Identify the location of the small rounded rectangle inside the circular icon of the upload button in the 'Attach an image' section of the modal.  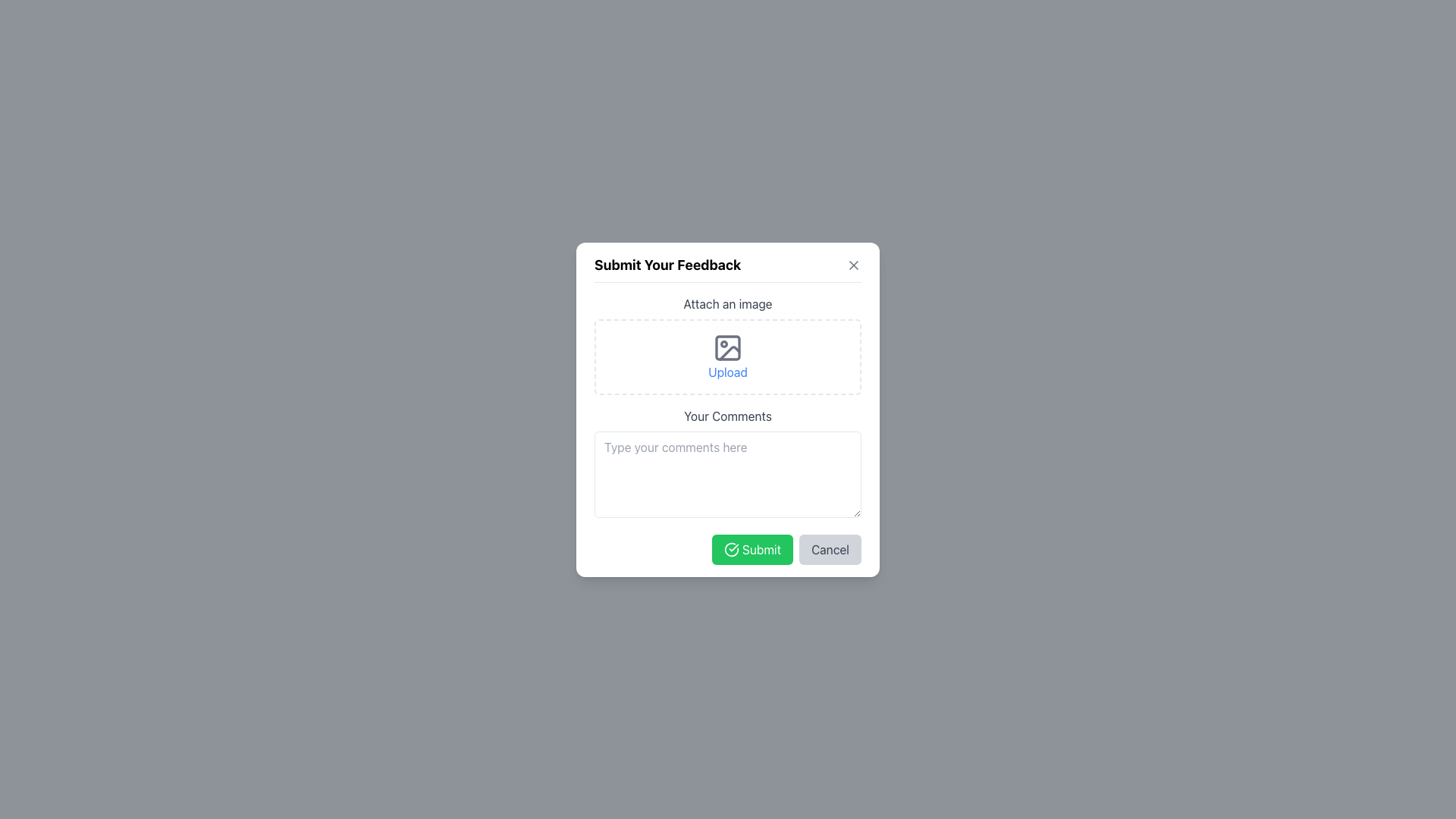
(728, 347).